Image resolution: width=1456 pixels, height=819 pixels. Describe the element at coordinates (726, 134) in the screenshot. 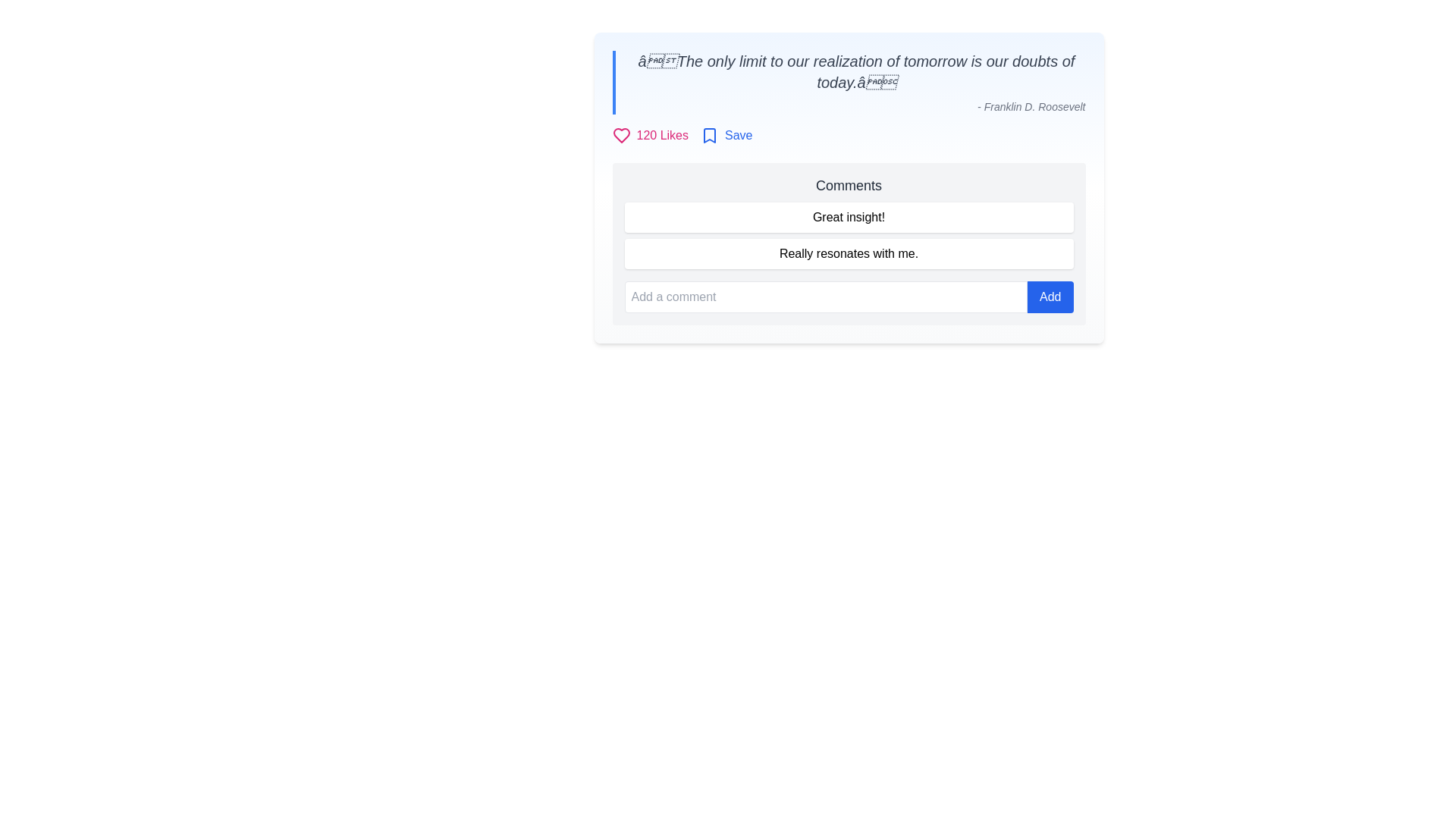

I see `the save button located to the right of the '120 Likes' section, which allows users` at that location.